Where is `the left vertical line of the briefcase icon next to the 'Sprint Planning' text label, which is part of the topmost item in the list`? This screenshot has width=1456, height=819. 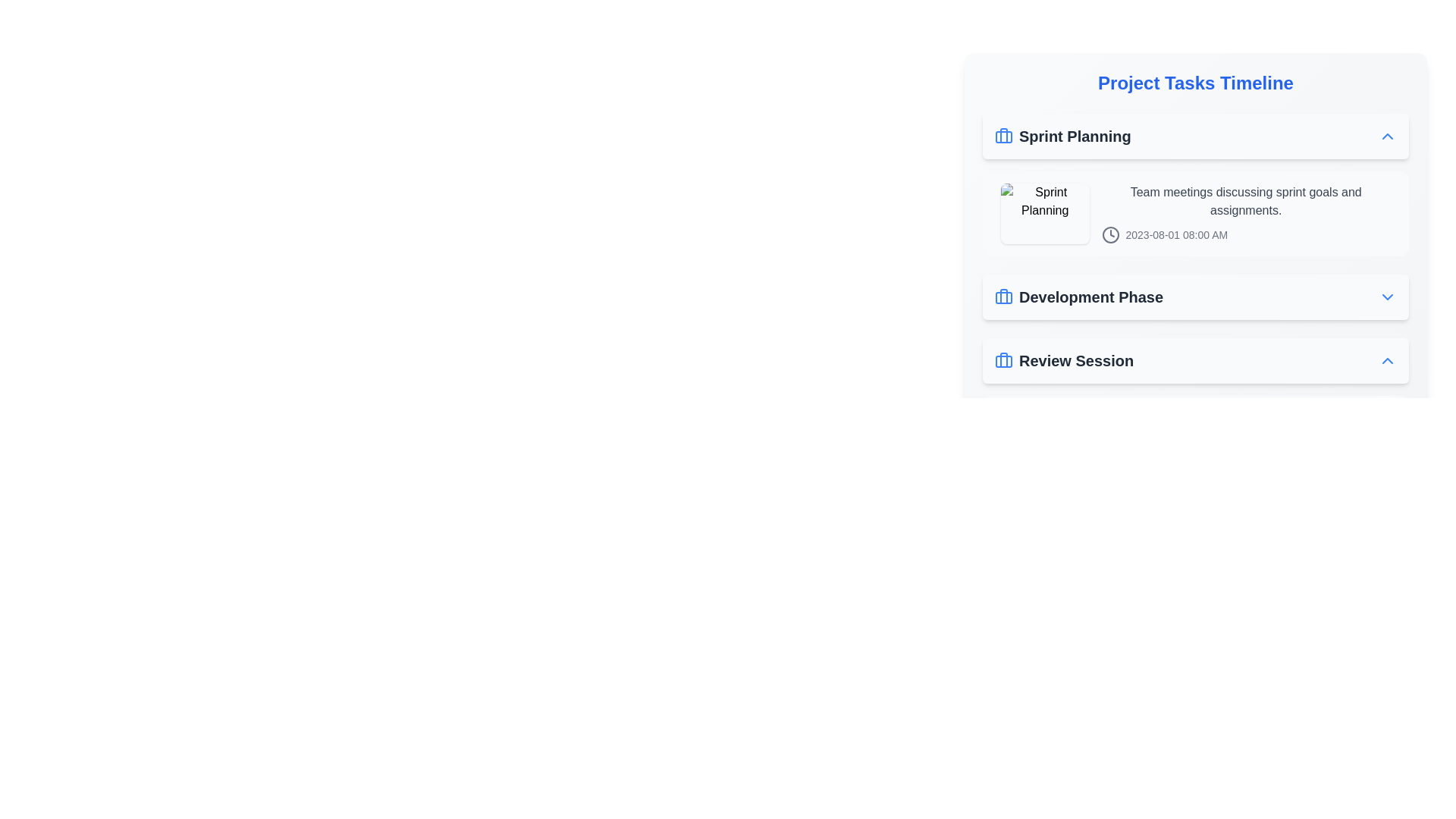 the left vertical line of the briefcase icon next to the 'Sprint Planning' text label, which is part of the topmost item in the list is located at coordinates (1004, 134).